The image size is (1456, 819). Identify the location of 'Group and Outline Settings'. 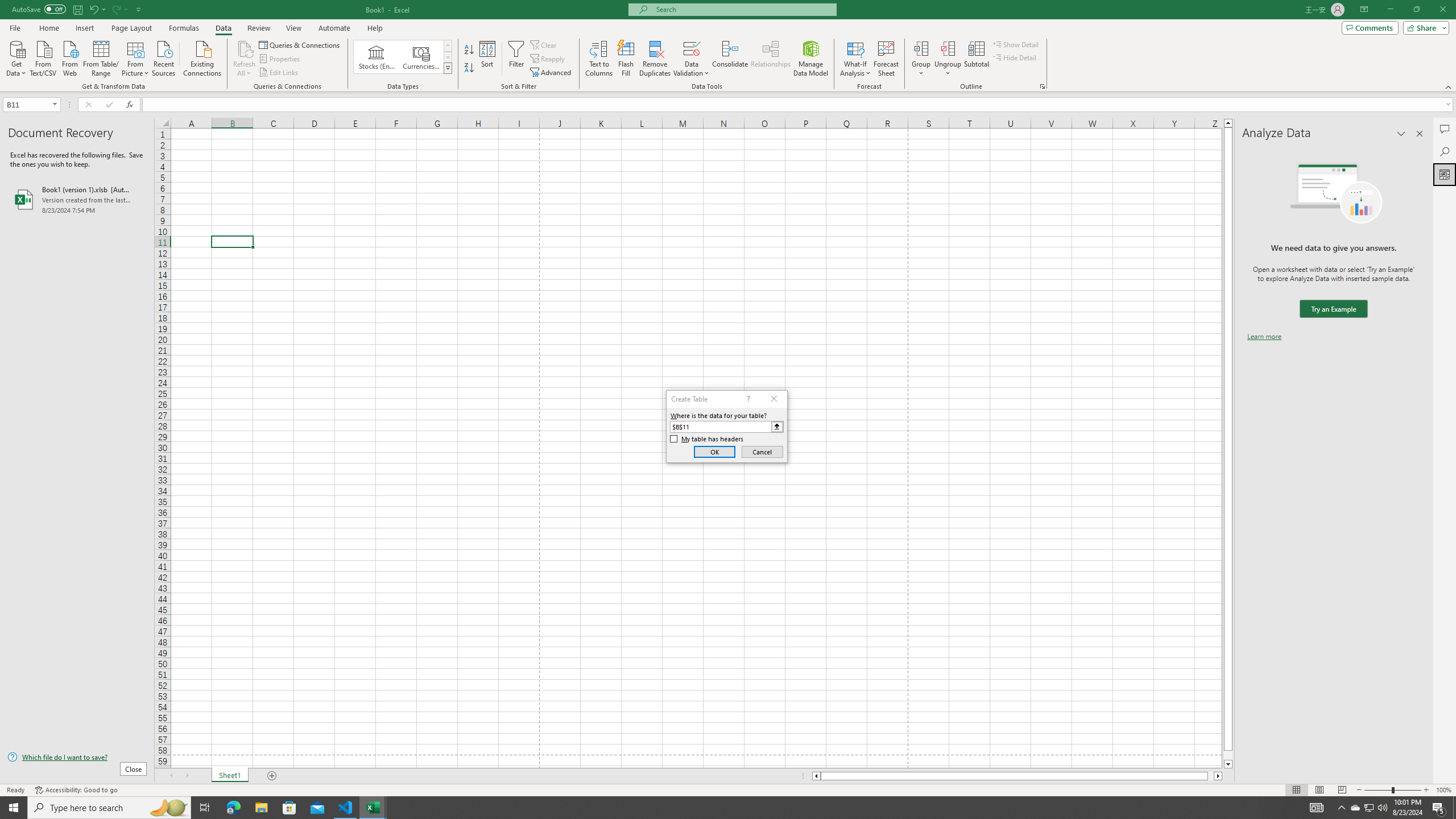
(1041, 85).